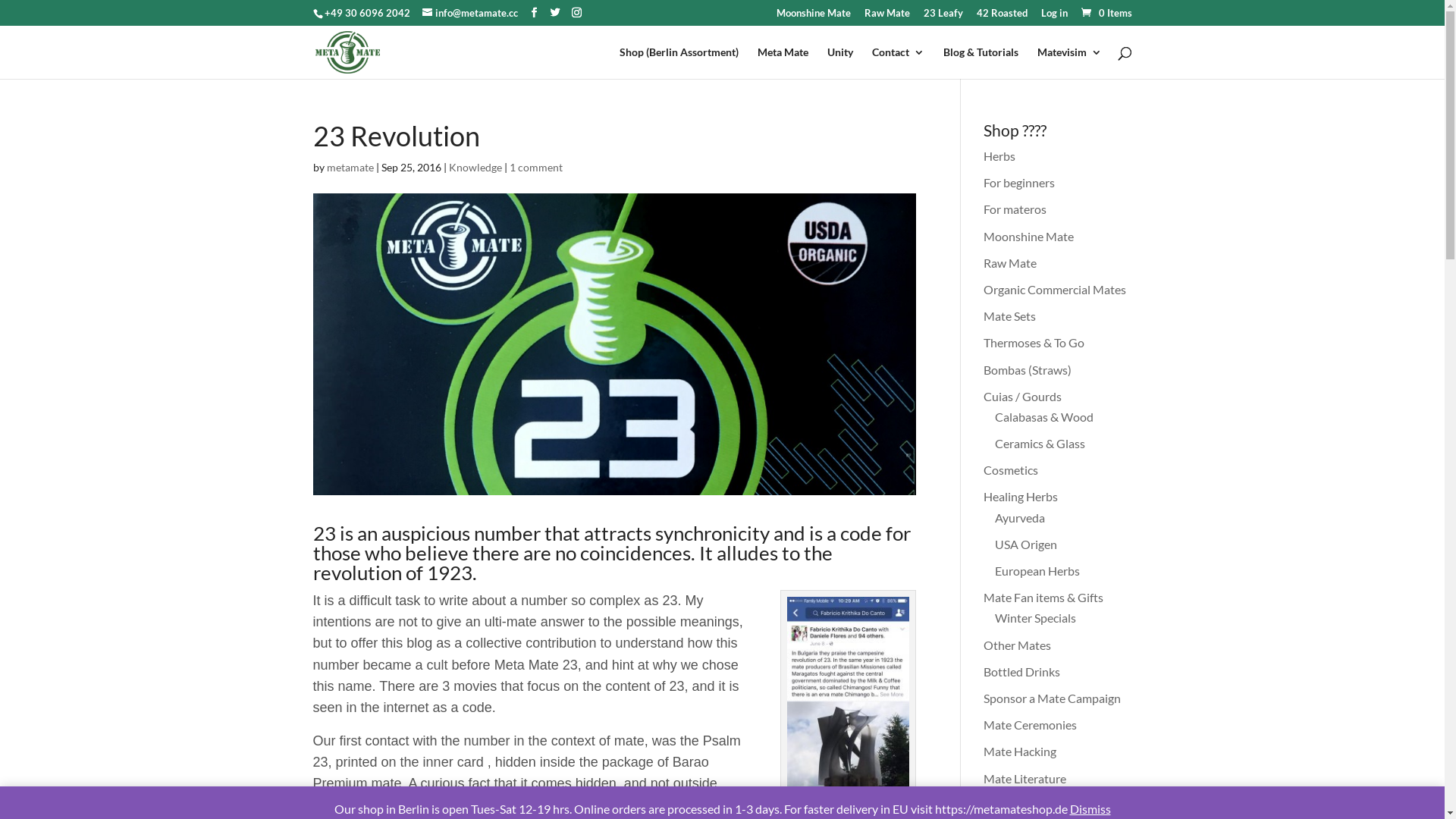 This screenshot has width=1456, height=819. What do you see at coordinates (1025, 777) in the screenshot?
I see `'Mate Literature'` at bounding box center [1025, 777].